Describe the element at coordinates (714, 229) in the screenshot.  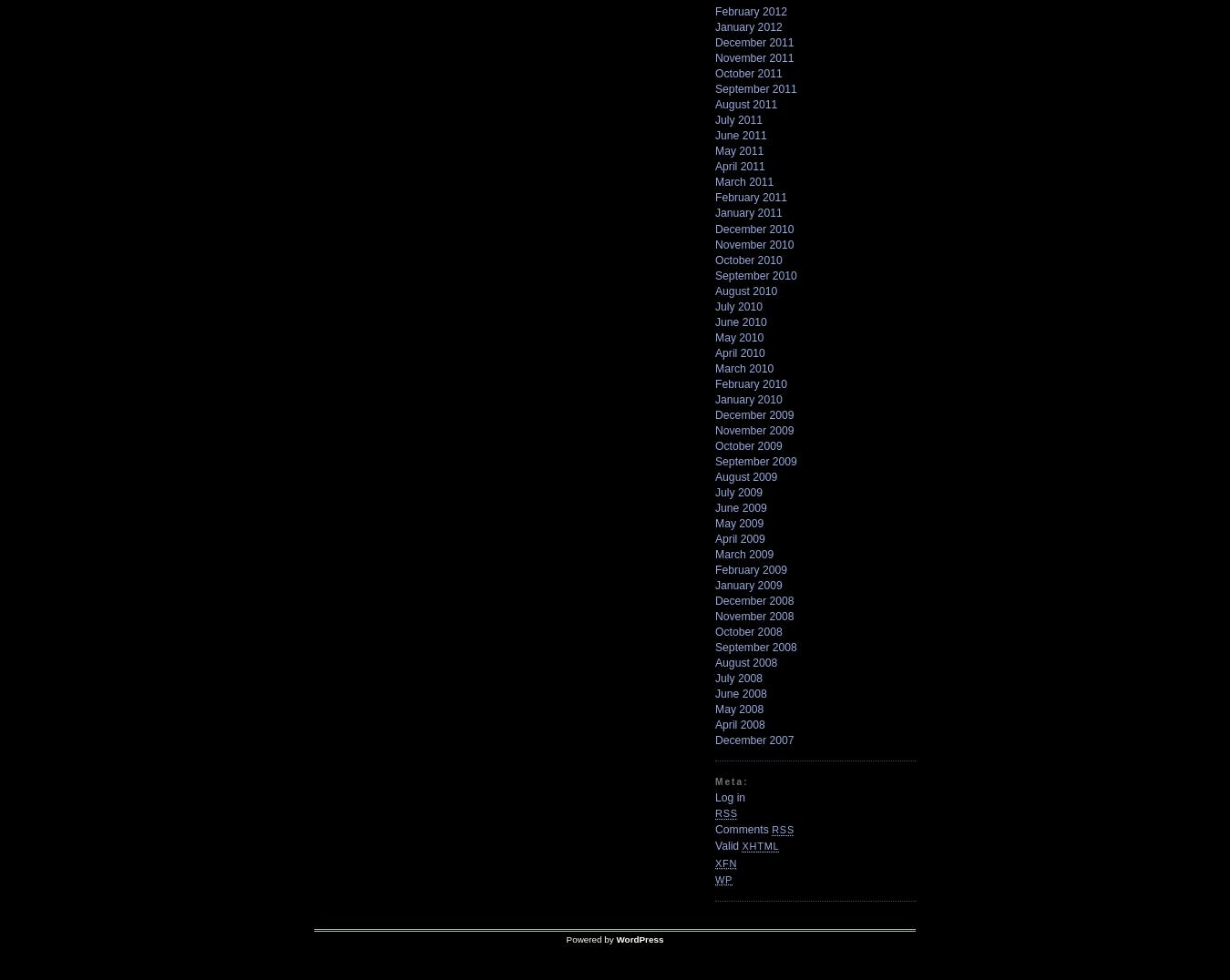
I see `'December 2010'` at that location.